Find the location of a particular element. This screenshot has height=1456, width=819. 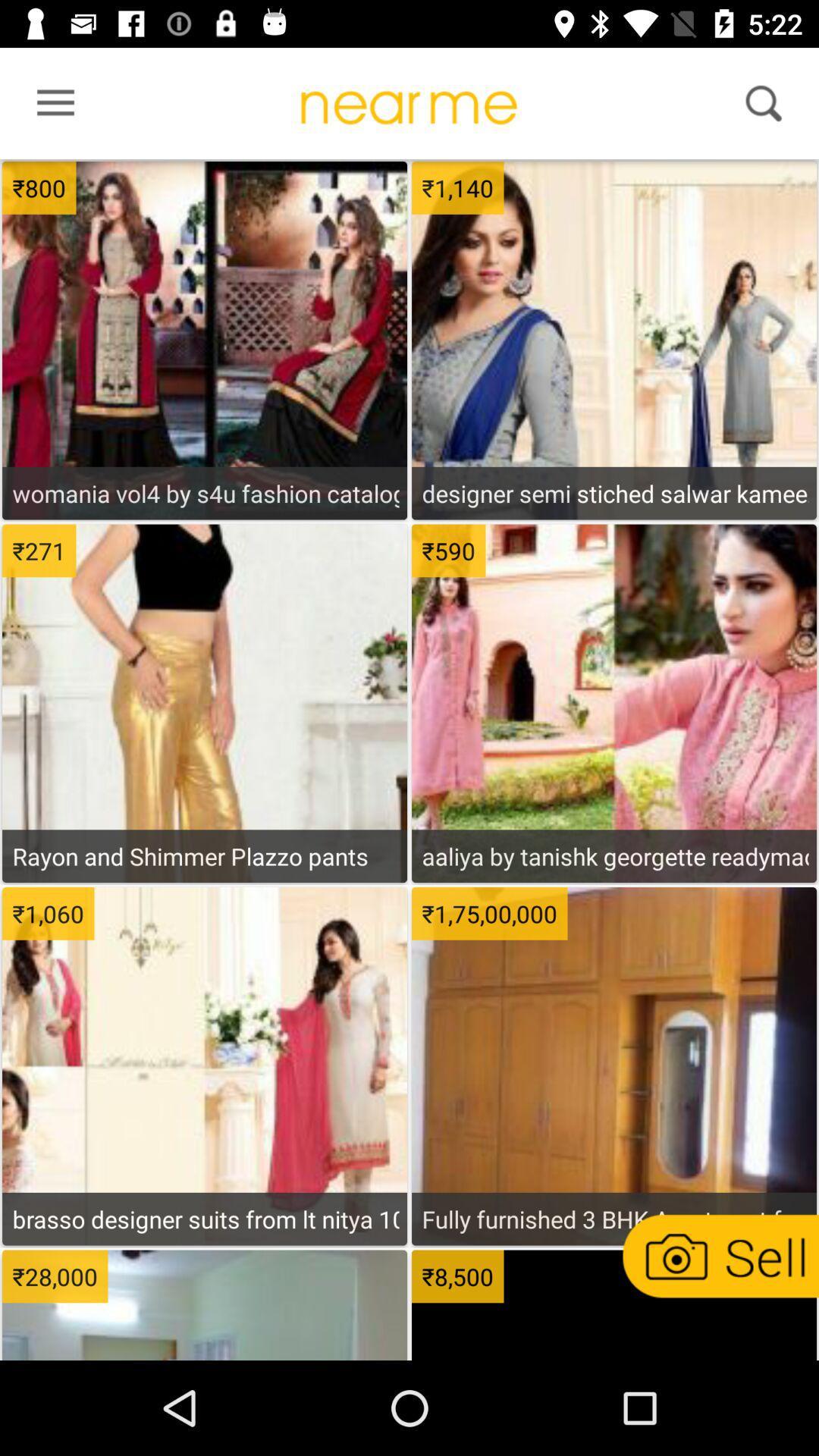

upload photos of the product to sell is located at coordinates (718, 1256).